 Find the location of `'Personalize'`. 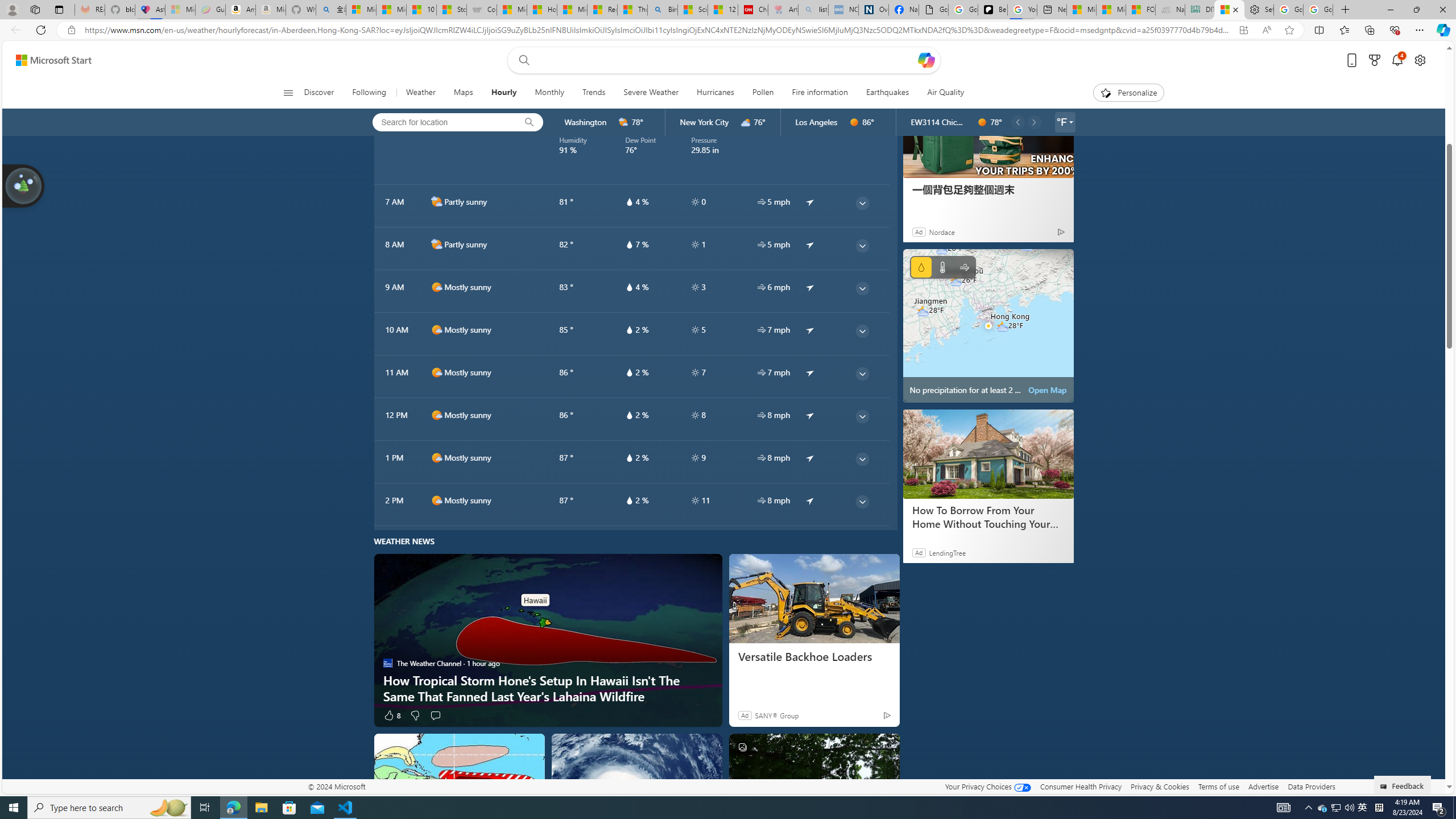

'Personalize' is located at coordinates (1128, 92).